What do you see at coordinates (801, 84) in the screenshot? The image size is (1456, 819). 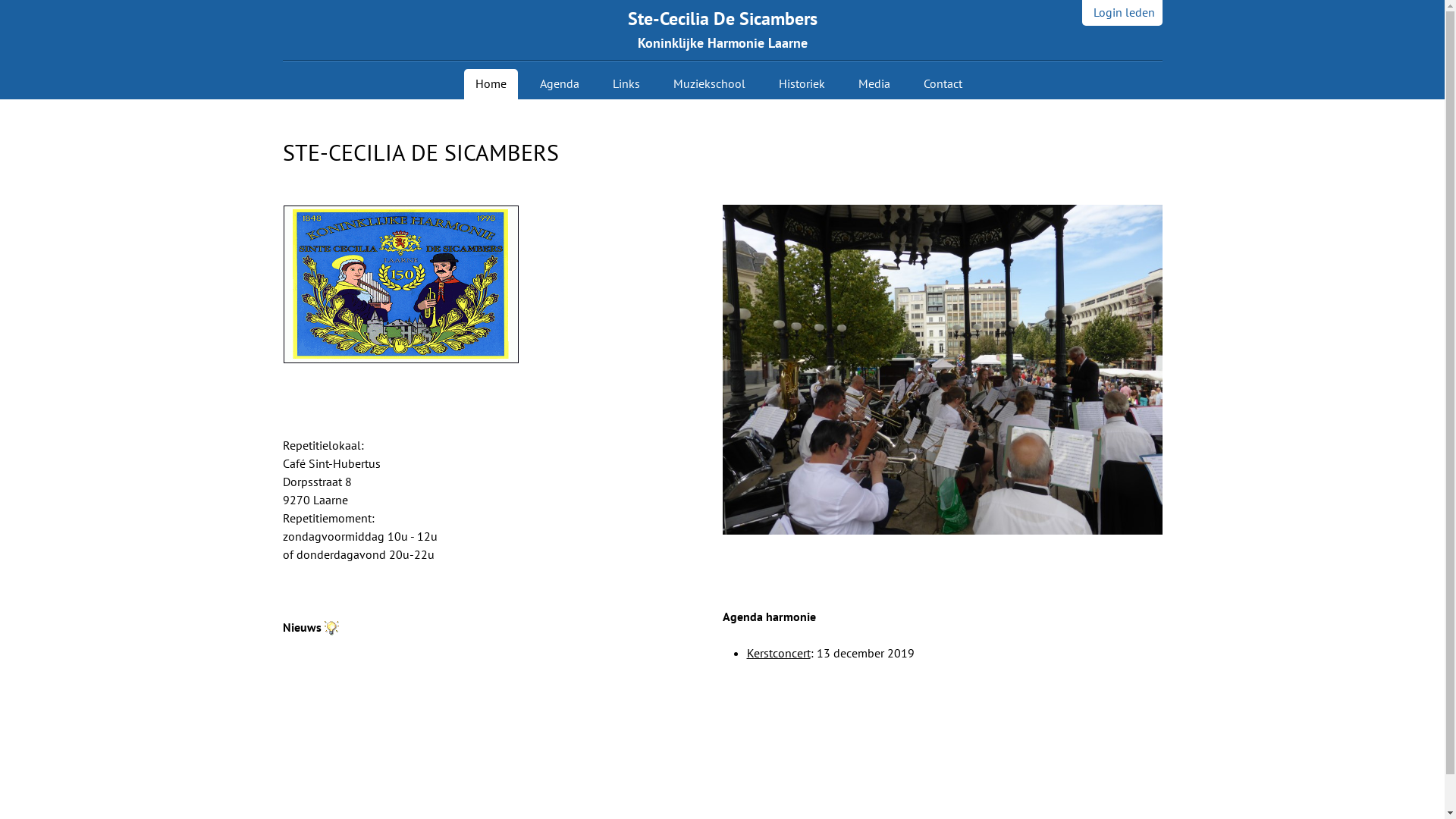 I see `'Historiek'` at bounding box center [801, 84].